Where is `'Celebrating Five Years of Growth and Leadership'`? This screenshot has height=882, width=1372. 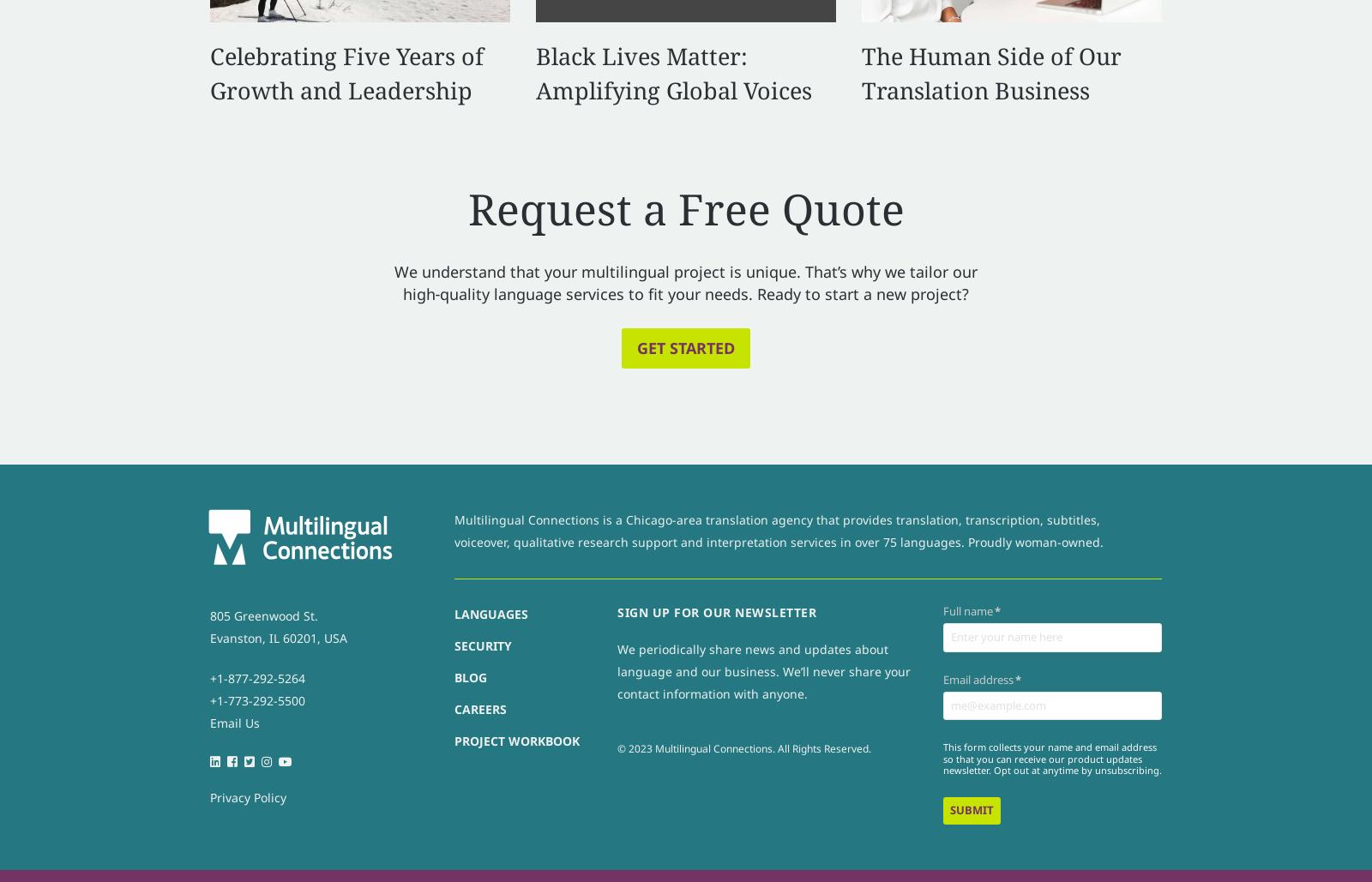
'Celebrating Five Years of Growth and Leadership' is located at coordinates (346, 72).